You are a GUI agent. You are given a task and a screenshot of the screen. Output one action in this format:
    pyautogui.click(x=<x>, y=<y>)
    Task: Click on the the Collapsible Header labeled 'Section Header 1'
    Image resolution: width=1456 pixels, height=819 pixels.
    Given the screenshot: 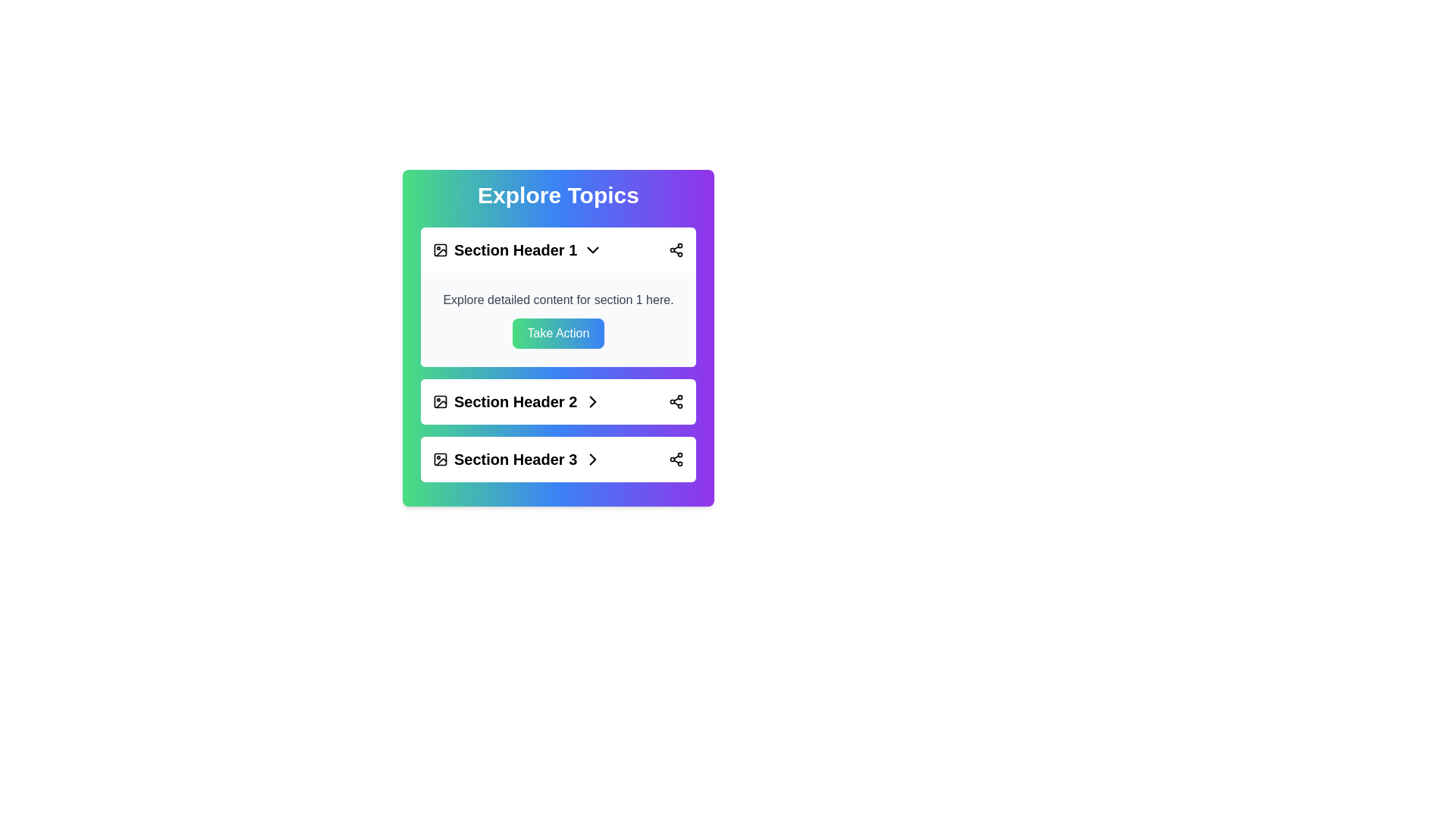 What is the action you would take?
    pyautogui.click(x=557, y=249)
    